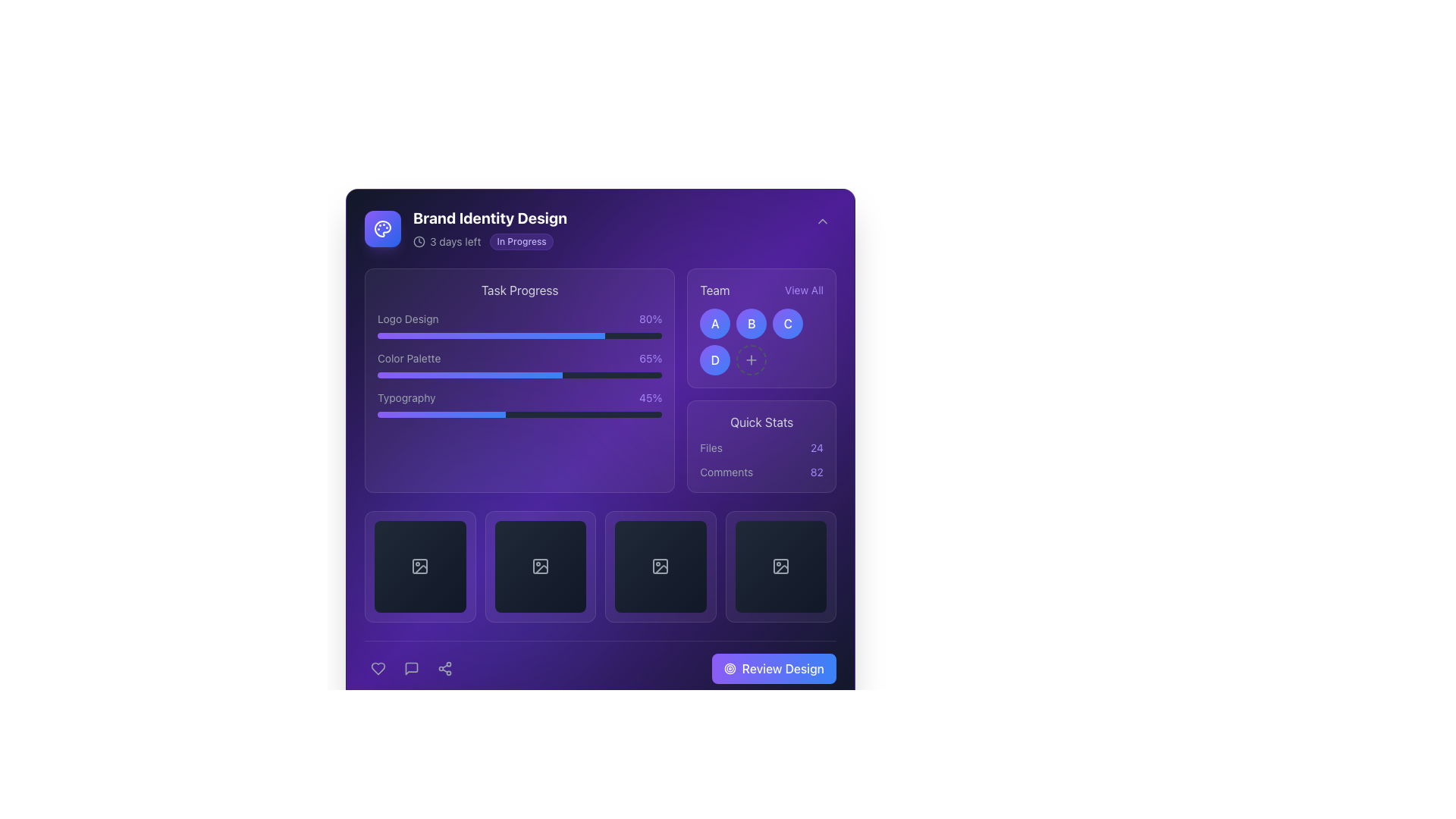  Describe the element at coordinates (780, 566) in the screenshot. I see `the small rectangular icon with rounded corners, which has a dark gray background and is located at the bottom-right corner of a darkly-themed panel containing a grid of icons` at that location.